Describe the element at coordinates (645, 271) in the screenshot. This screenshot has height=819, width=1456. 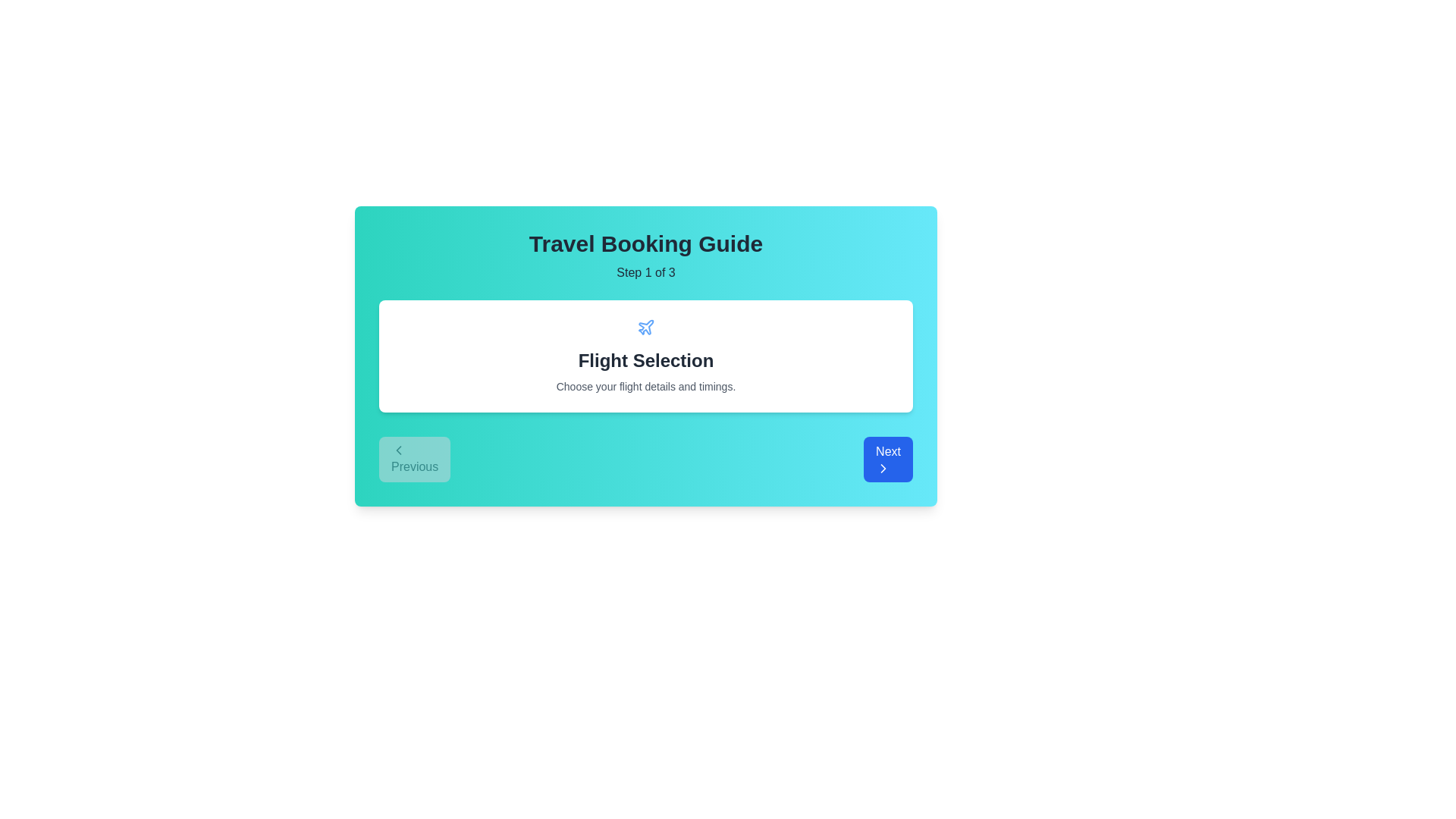
I see `the text label displaying 'Step 1 of 3', which is centered beneath the header 'Travel Booking Guide' and has contrasting black text on a turquoise background` at that location.